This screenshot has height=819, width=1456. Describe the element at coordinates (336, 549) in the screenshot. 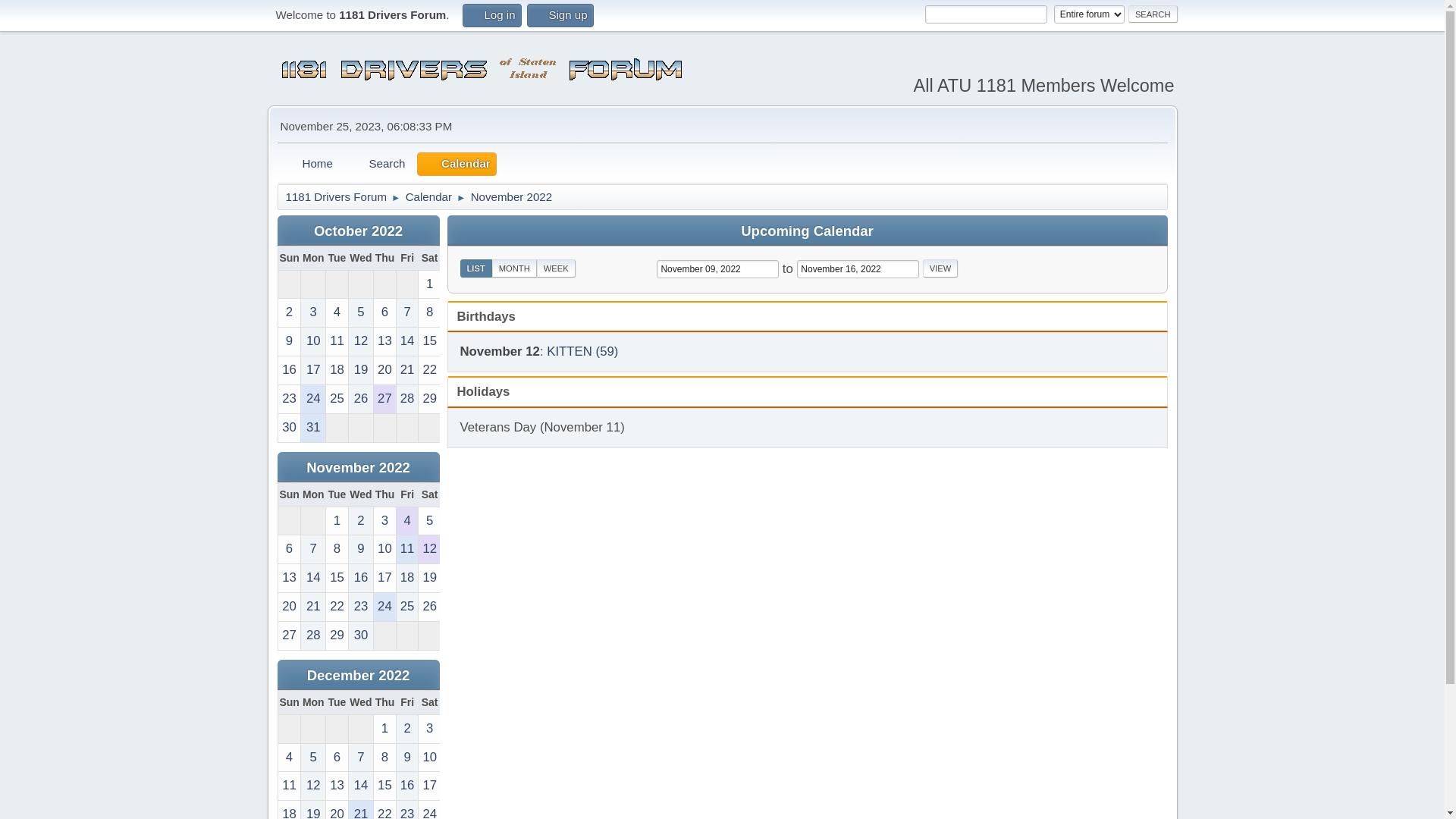

I see `'8'` at that location.